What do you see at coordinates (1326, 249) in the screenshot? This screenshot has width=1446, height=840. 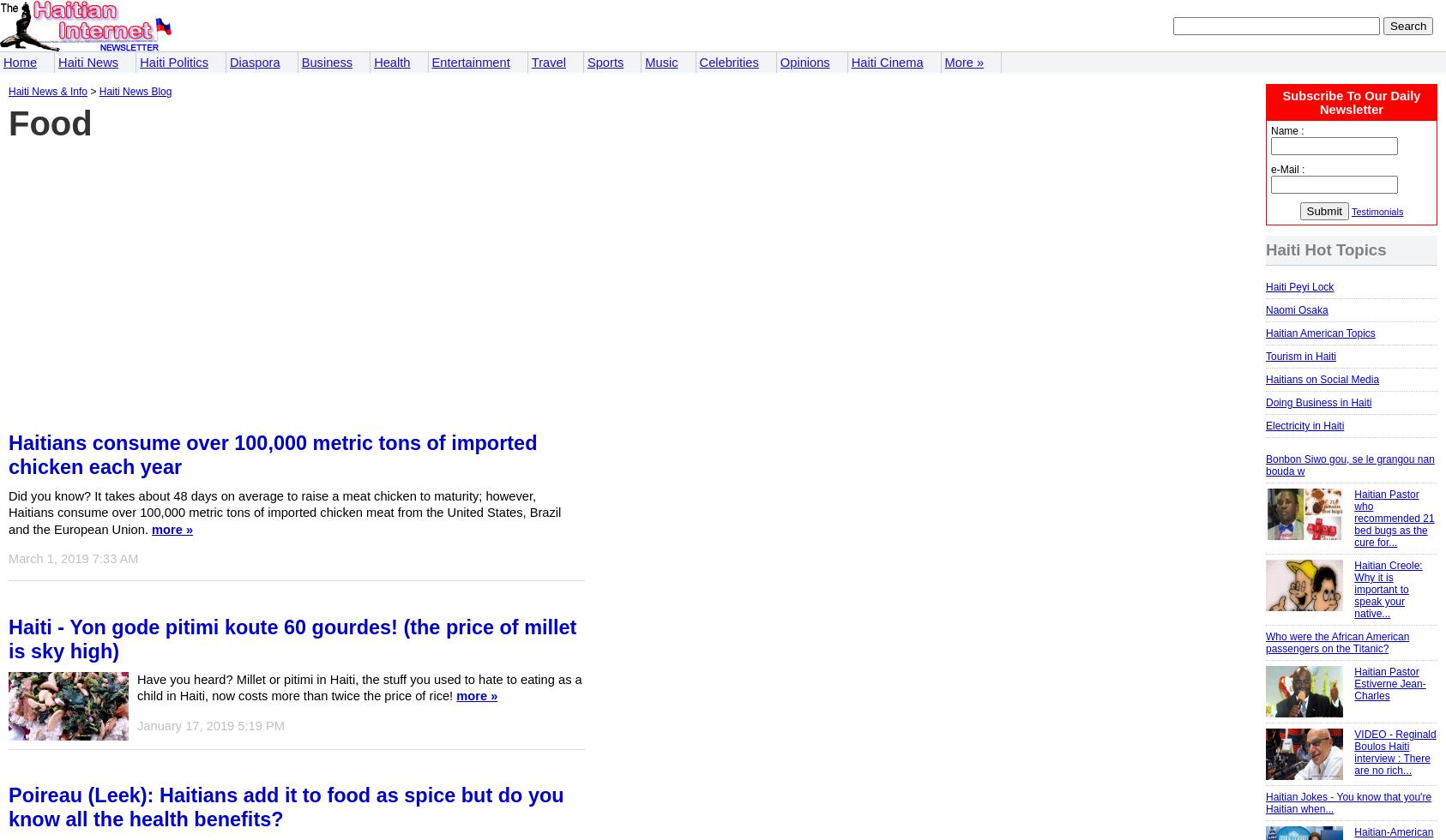 I see `'Haiti Hot Topics'` at bounding box center [1326, 249].